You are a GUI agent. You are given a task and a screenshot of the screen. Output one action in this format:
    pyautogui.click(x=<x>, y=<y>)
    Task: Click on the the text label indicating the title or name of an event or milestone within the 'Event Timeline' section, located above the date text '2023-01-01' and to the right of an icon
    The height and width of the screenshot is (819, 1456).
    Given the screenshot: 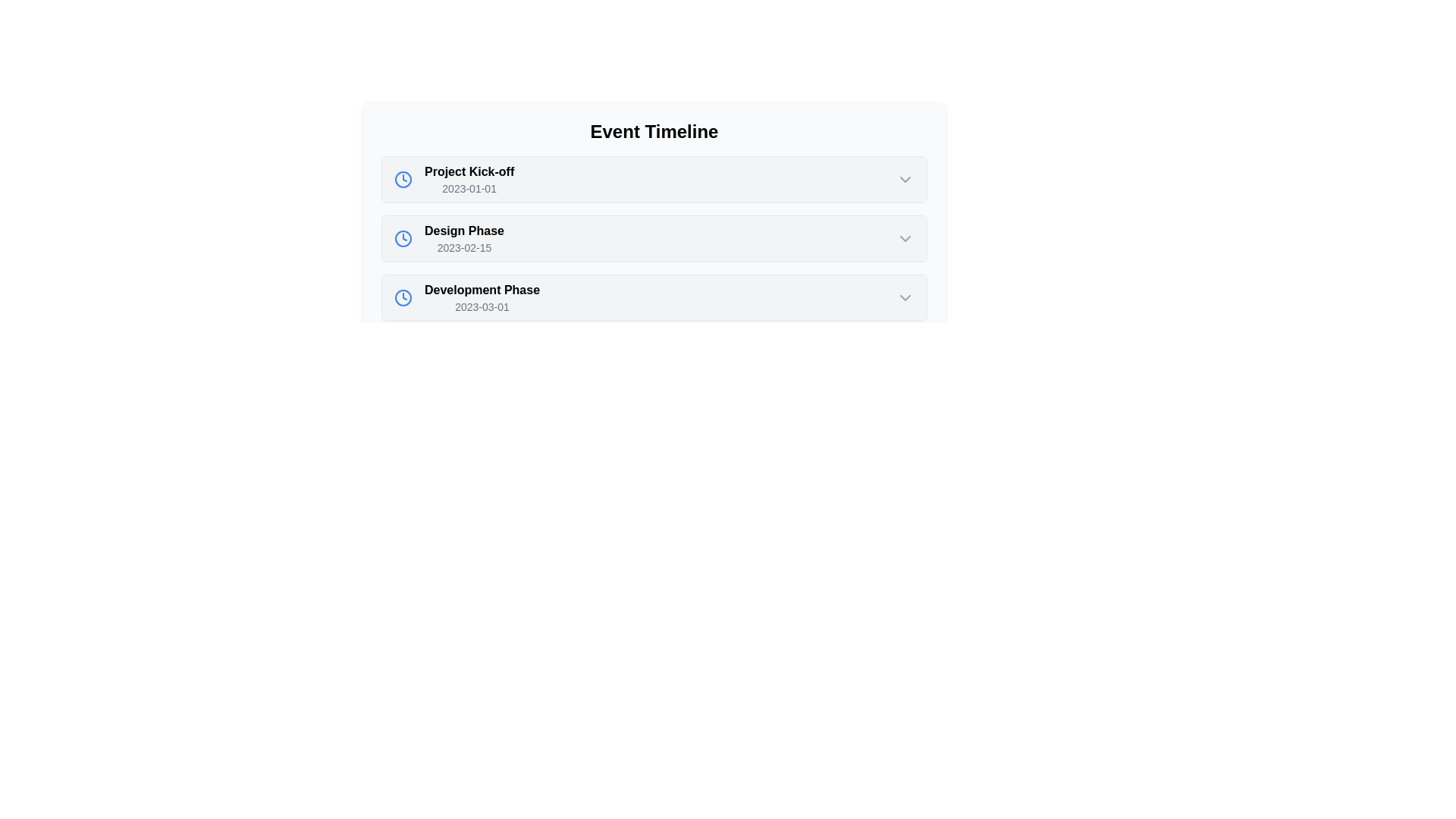 What is the action you would take?
    pyautogui.click(x=469, y=171)
    